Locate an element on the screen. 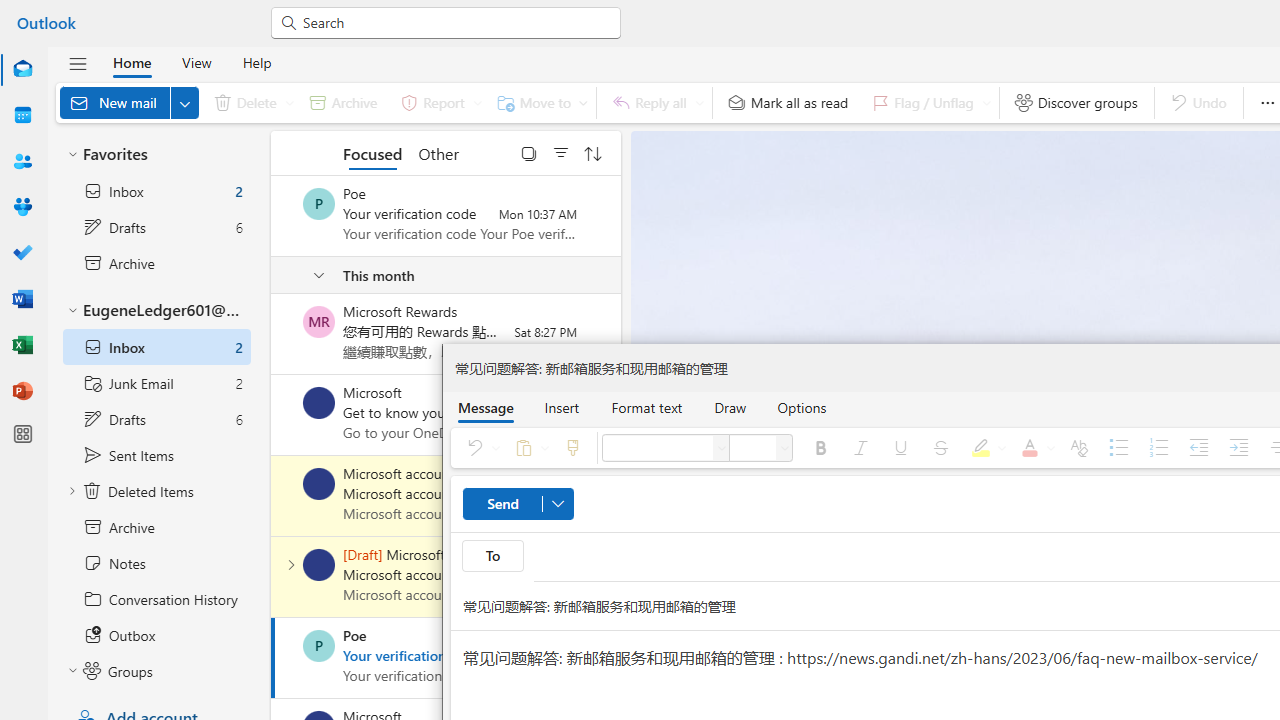 This screenshot has height=720, width=1280. 'Increase indent' is located at coordinates (1238, 446).